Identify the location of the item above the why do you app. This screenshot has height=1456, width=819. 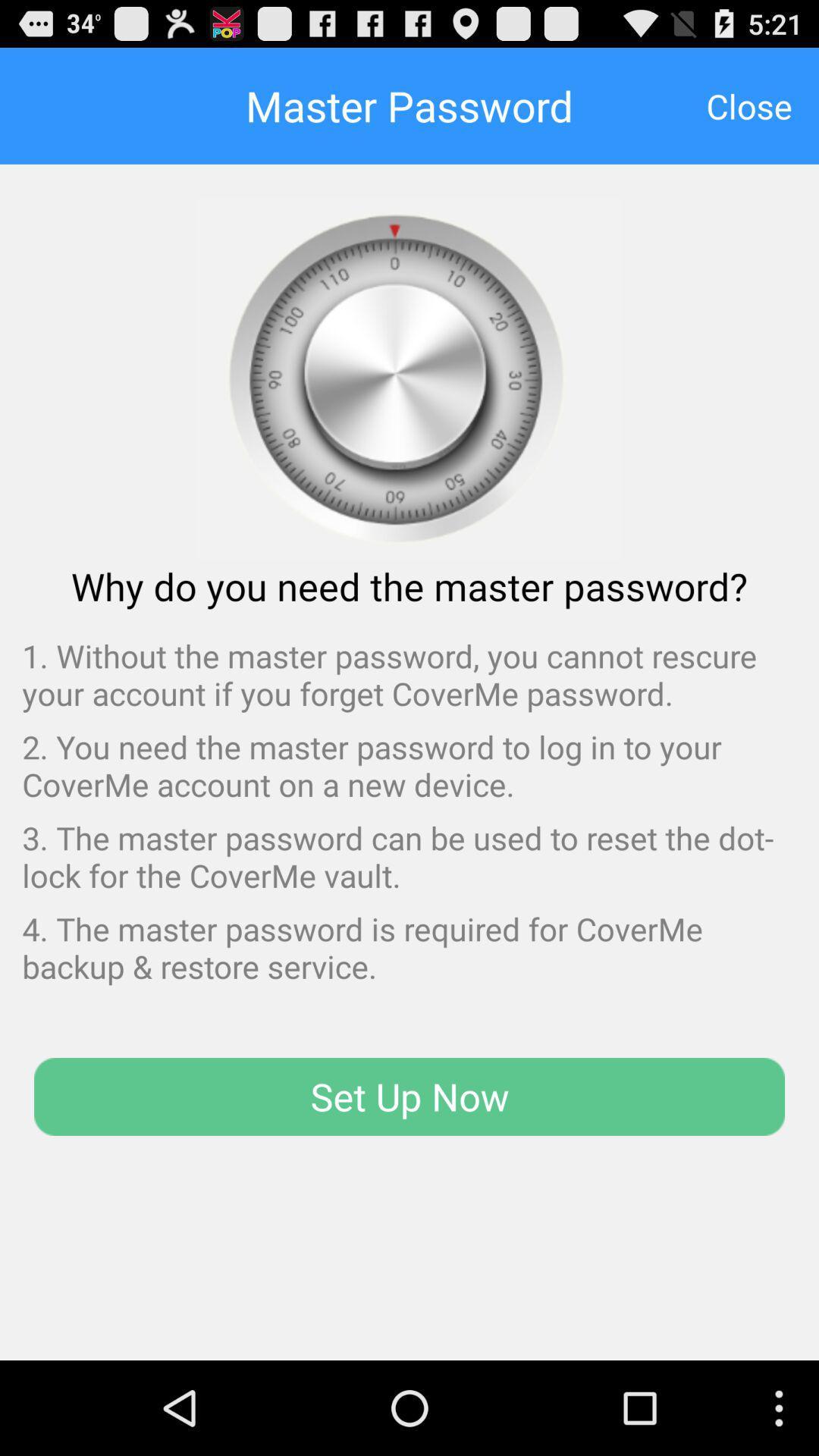
(748, 105).